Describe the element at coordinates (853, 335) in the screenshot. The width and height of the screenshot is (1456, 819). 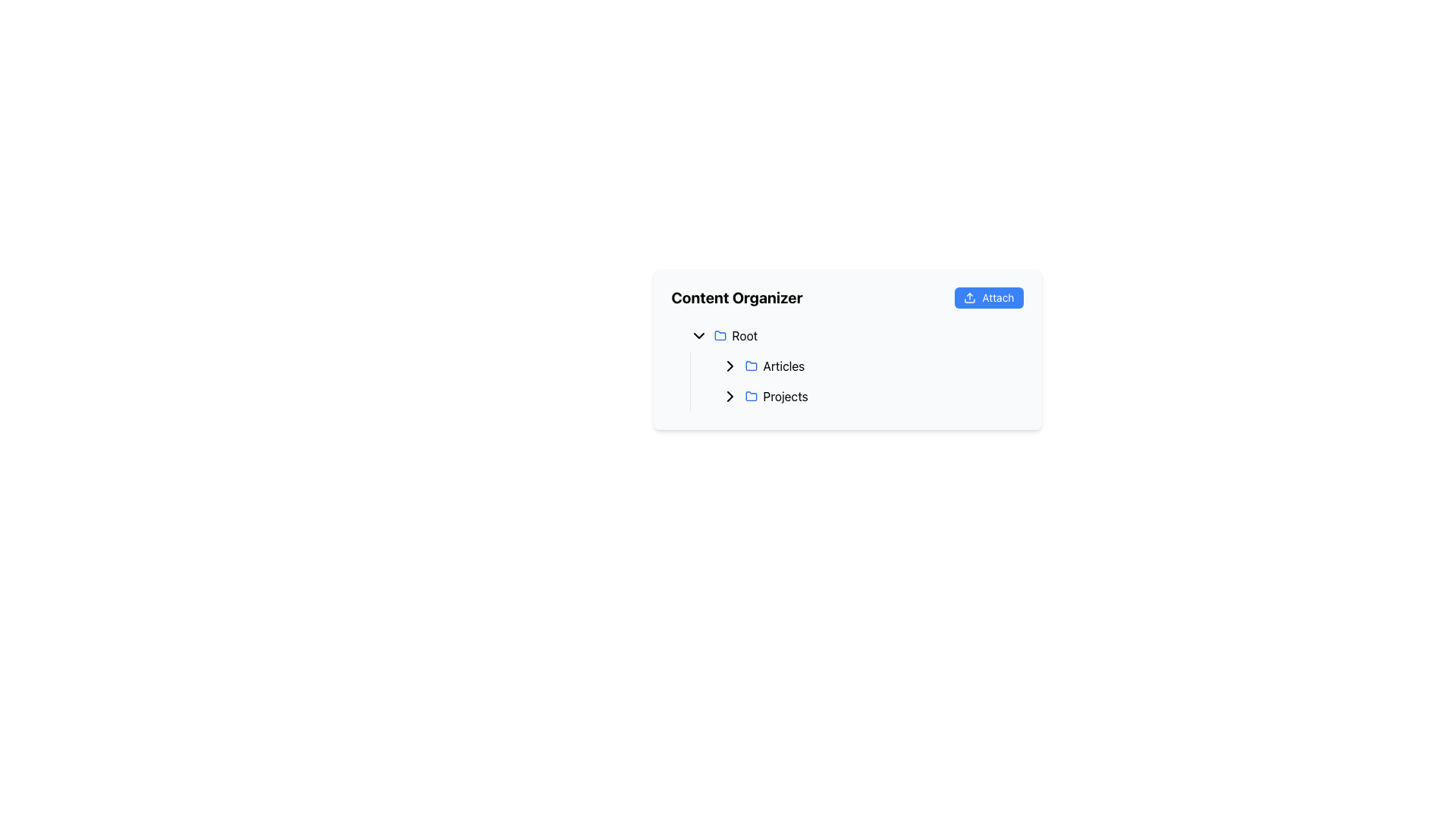
I see `the first interactive list item representing the root folder in the 'Content Organizer' panel, which is located near the top left and allows for selecting or expanding actions` at that location.